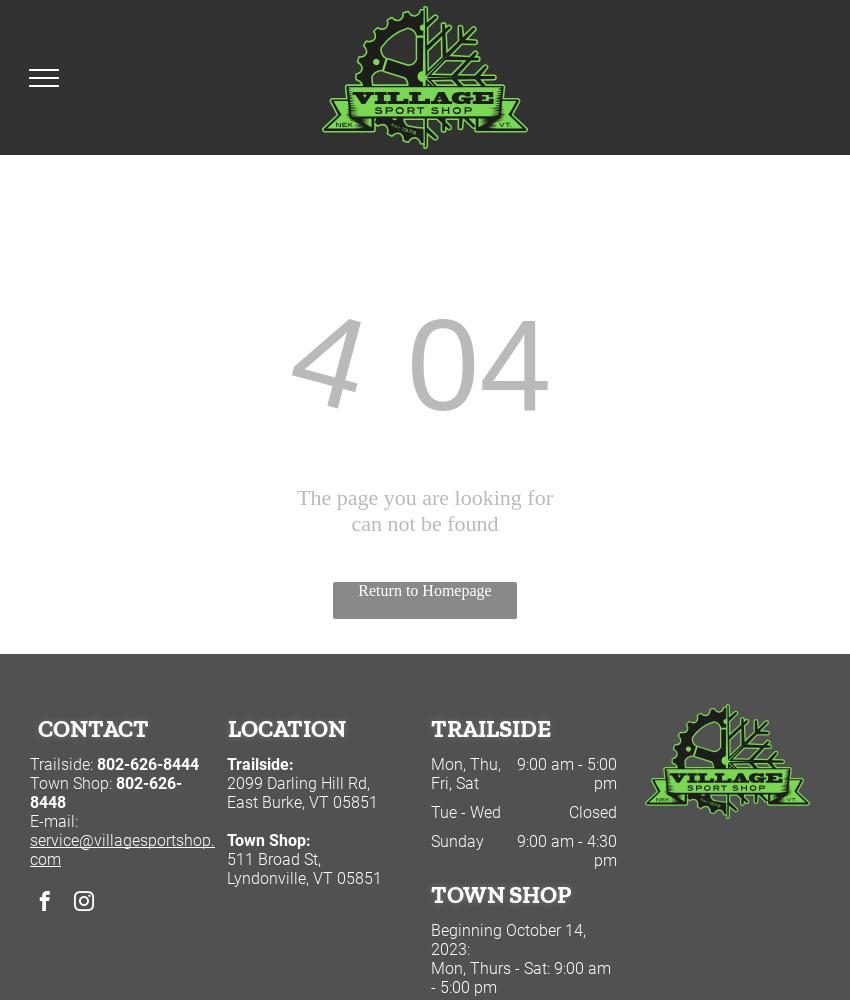  Describe the element at coordinates (507, 939) in the screenshot. I see `'Beginning October 14, 2023:'` at that location.